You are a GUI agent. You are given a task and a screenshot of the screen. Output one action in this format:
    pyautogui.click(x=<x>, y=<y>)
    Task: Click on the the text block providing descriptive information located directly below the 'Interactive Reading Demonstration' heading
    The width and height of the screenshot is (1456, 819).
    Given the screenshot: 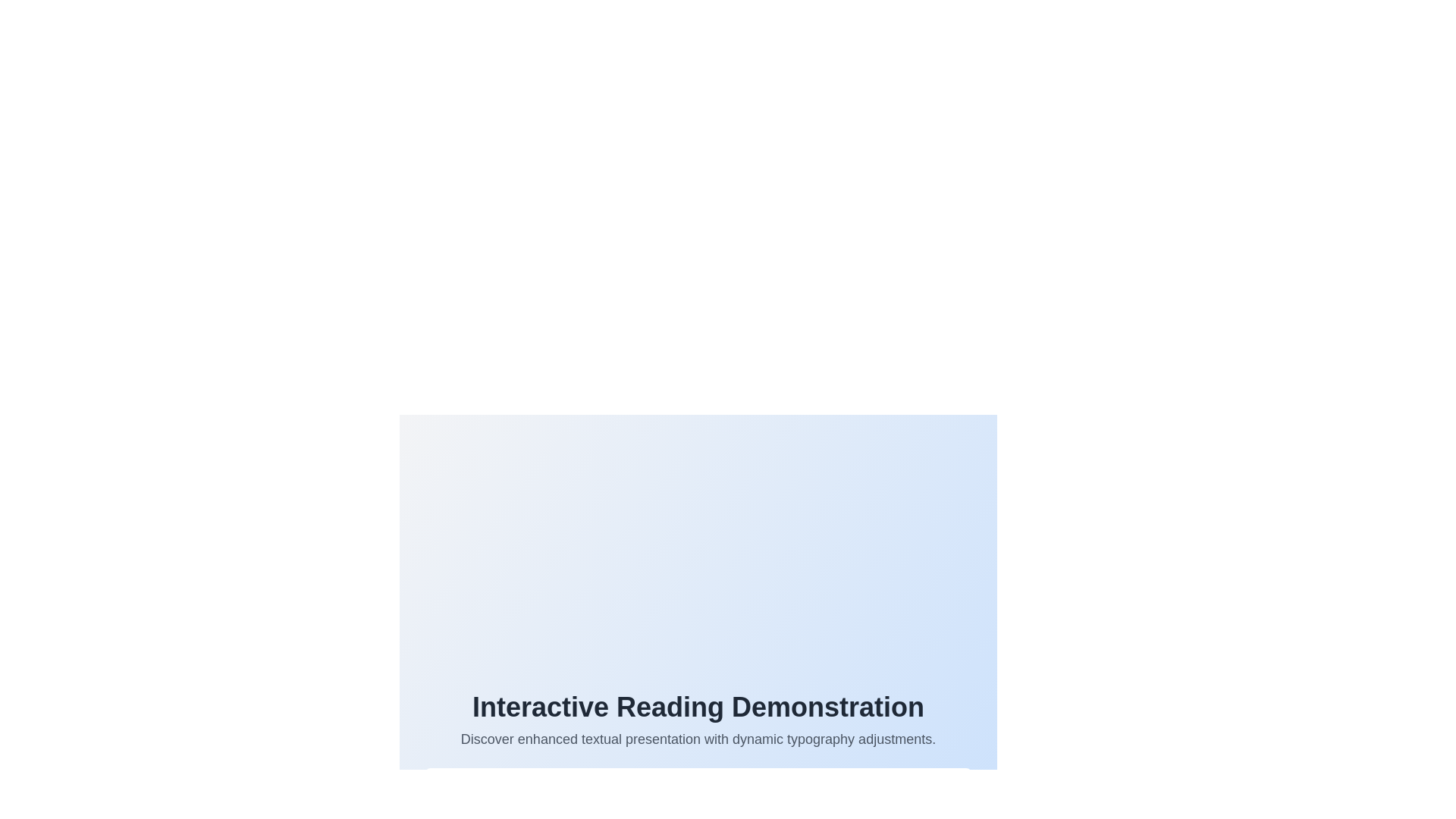 What is the action you would take?
    pyautogui.click(x=698, y=739)
    